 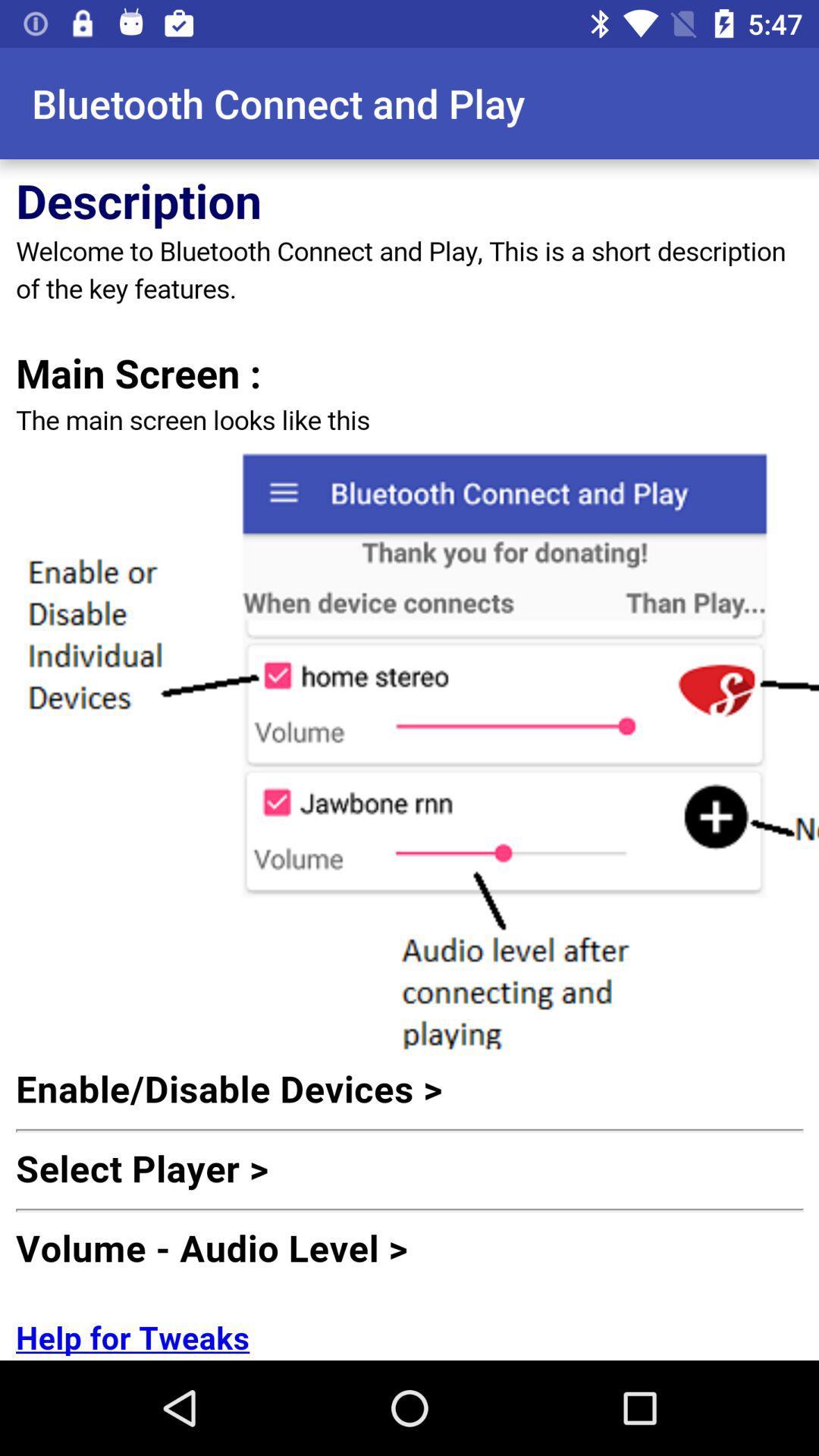 I want to click on click entire page, so click(x=409, y=760).